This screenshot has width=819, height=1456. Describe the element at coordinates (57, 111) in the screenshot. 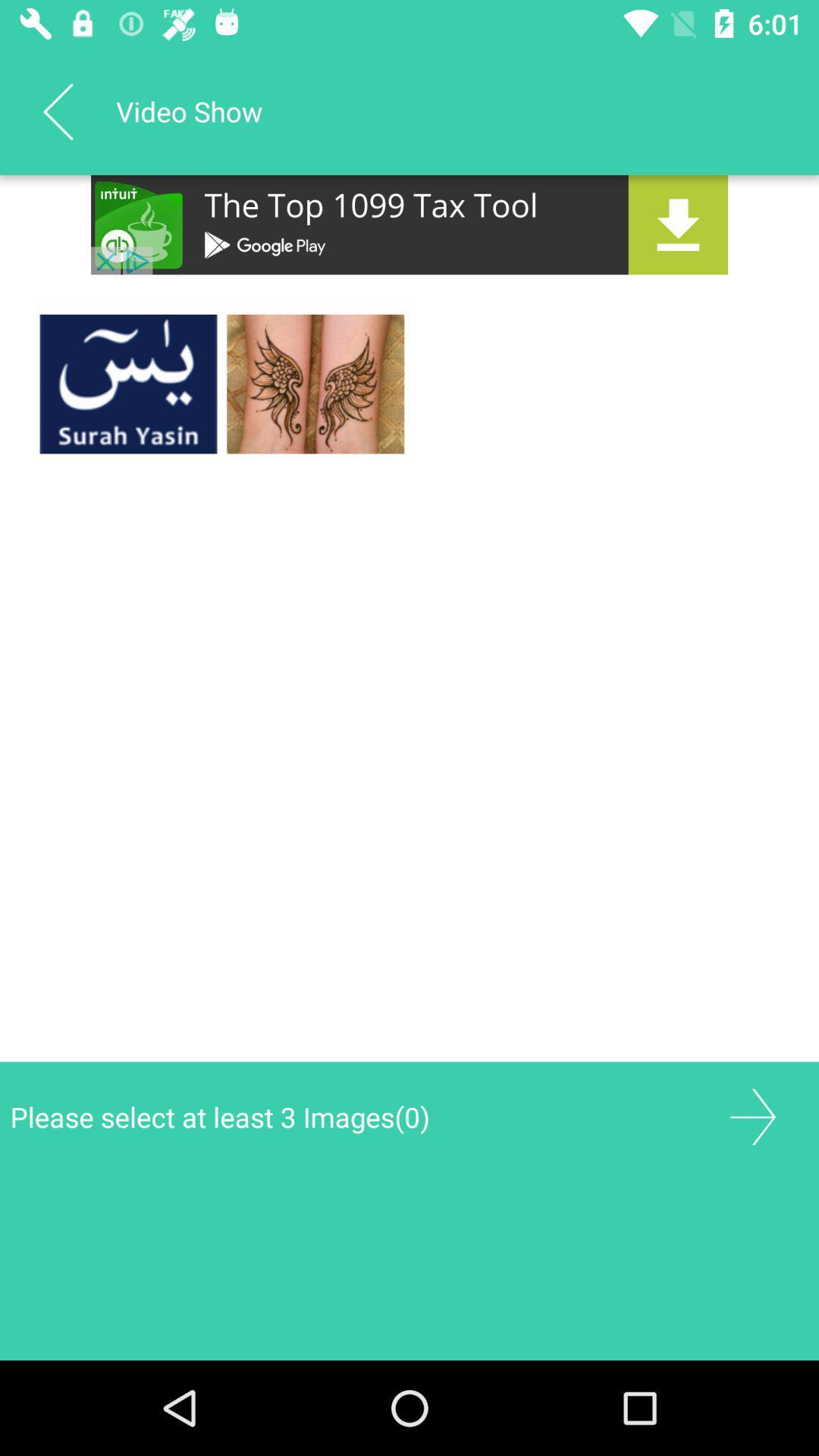

I see `the arrow_backward icon` at that location.